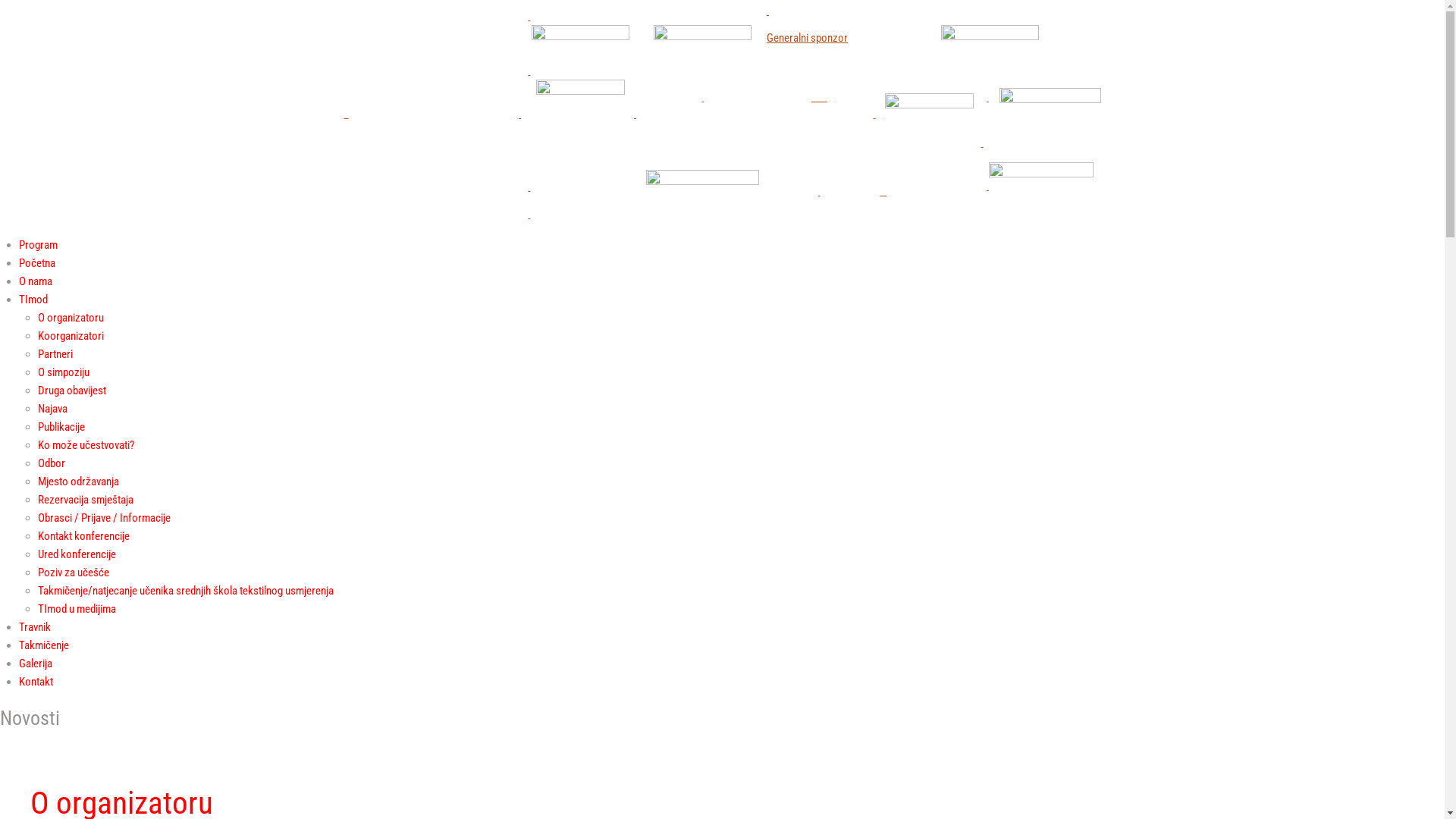 Image resolution: width=1456 pixels, height=819 pixels. Describe the element at coordinates (61, 427) in the screenshot. I see `'Publikacije'` at that location.